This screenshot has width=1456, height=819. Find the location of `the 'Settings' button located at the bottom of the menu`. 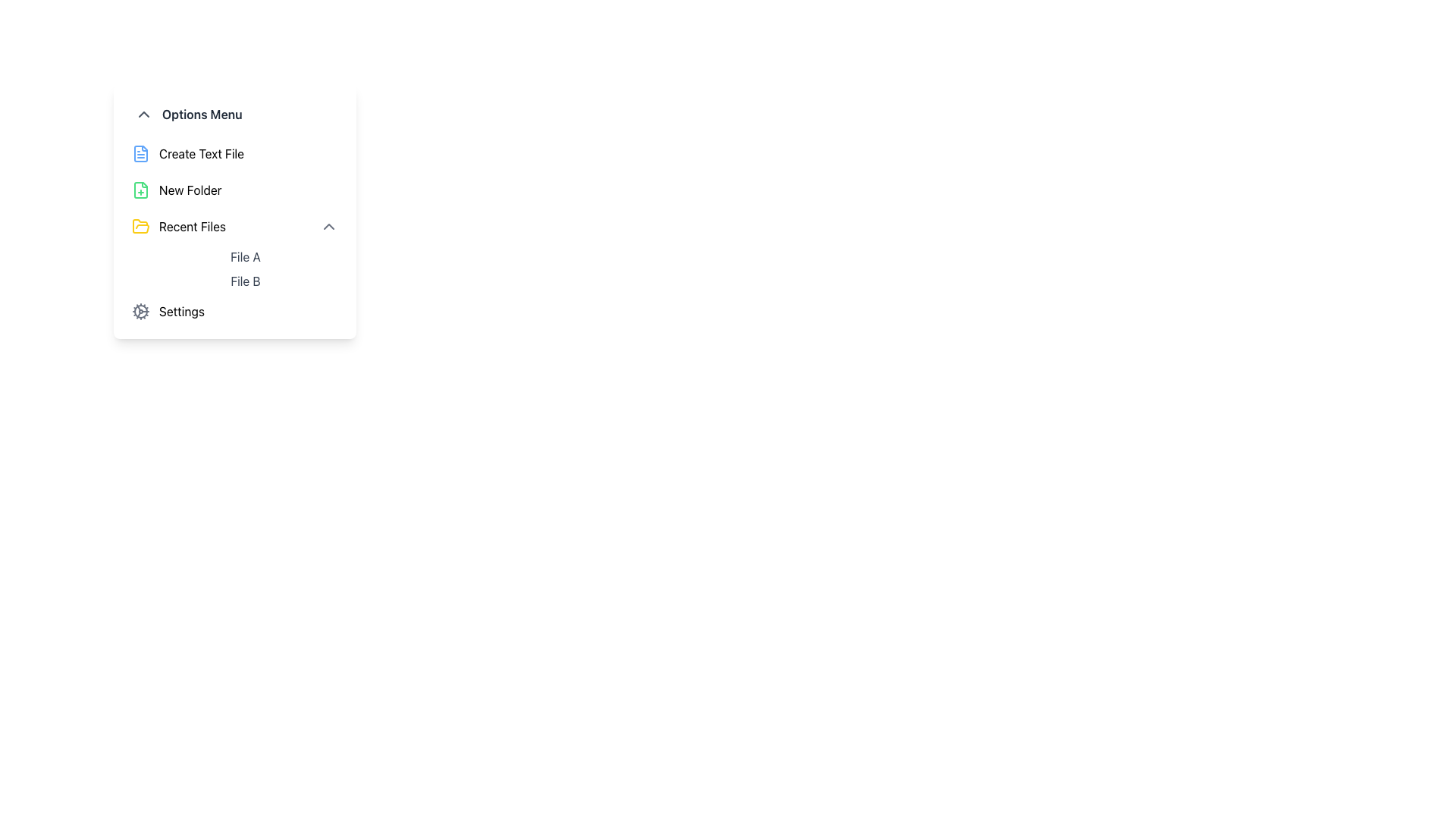

the 'Settings' button located at the bottom of the menu is located at coordinates (234, 311).